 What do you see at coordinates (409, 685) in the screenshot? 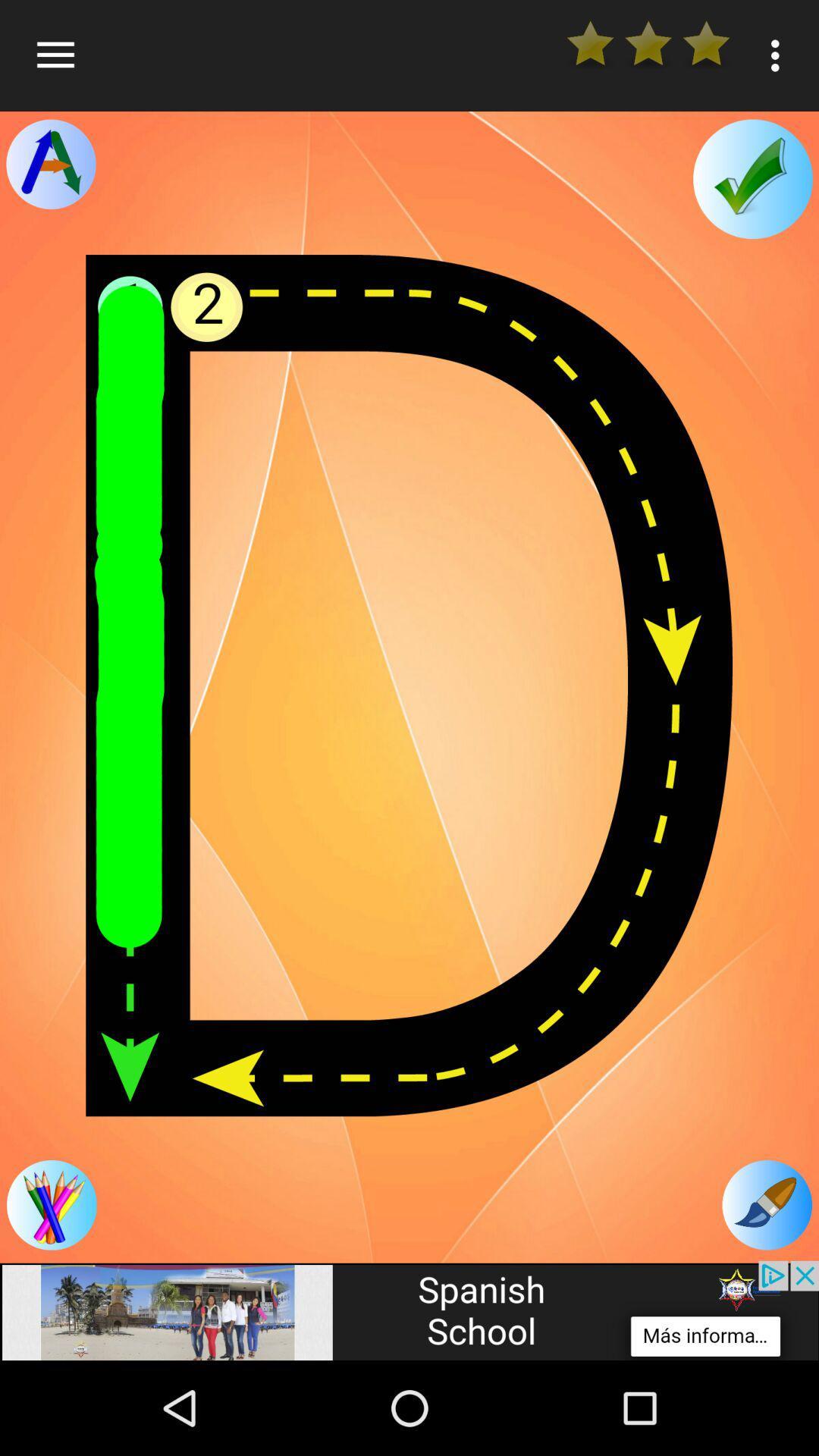
I see `main canvas` at bounding box center [409, 685].